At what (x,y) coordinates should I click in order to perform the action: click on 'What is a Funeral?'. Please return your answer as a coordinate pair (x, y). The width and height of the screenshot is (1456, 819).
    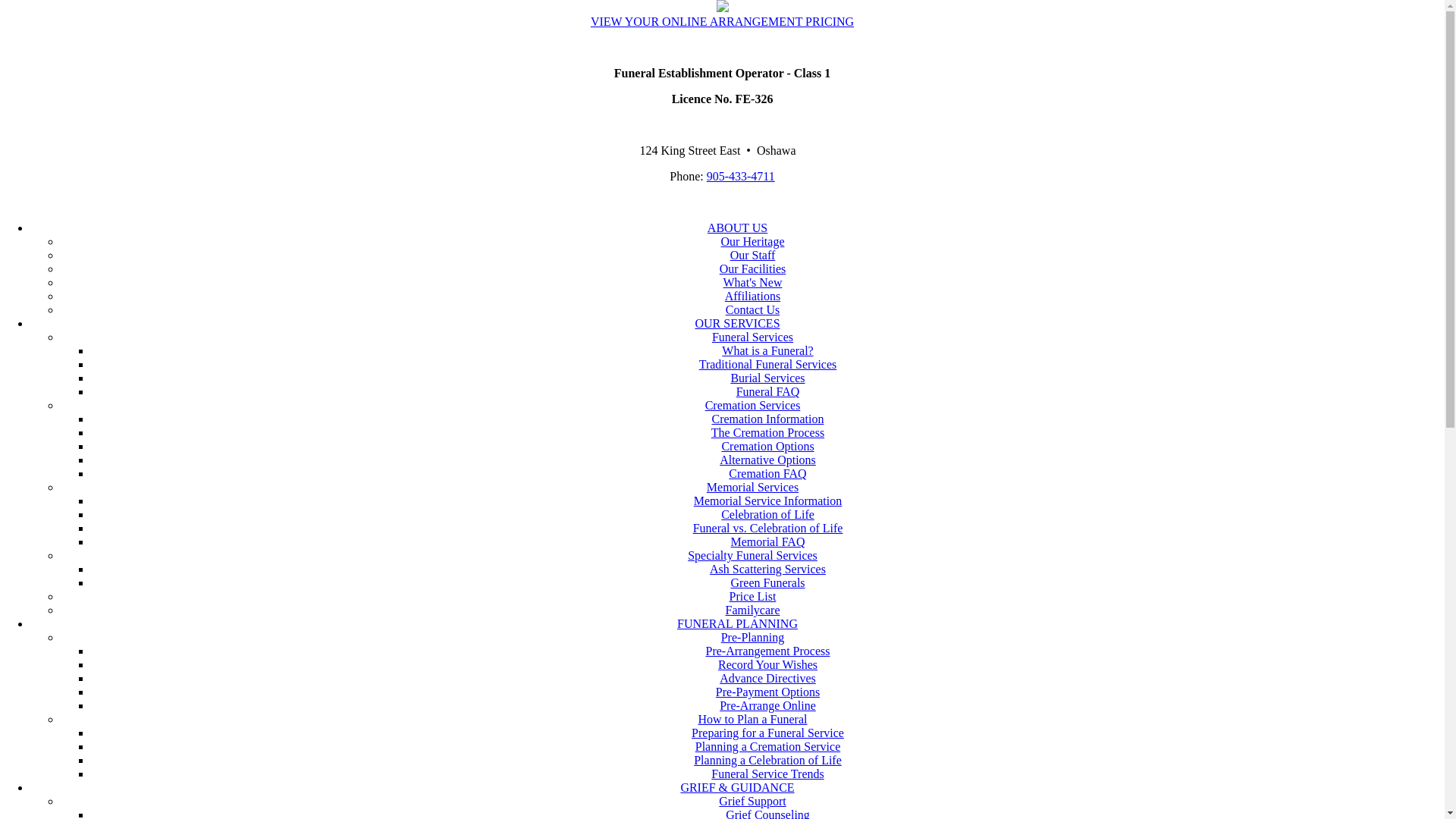
    Looking at the image, I should click on (767, 350).